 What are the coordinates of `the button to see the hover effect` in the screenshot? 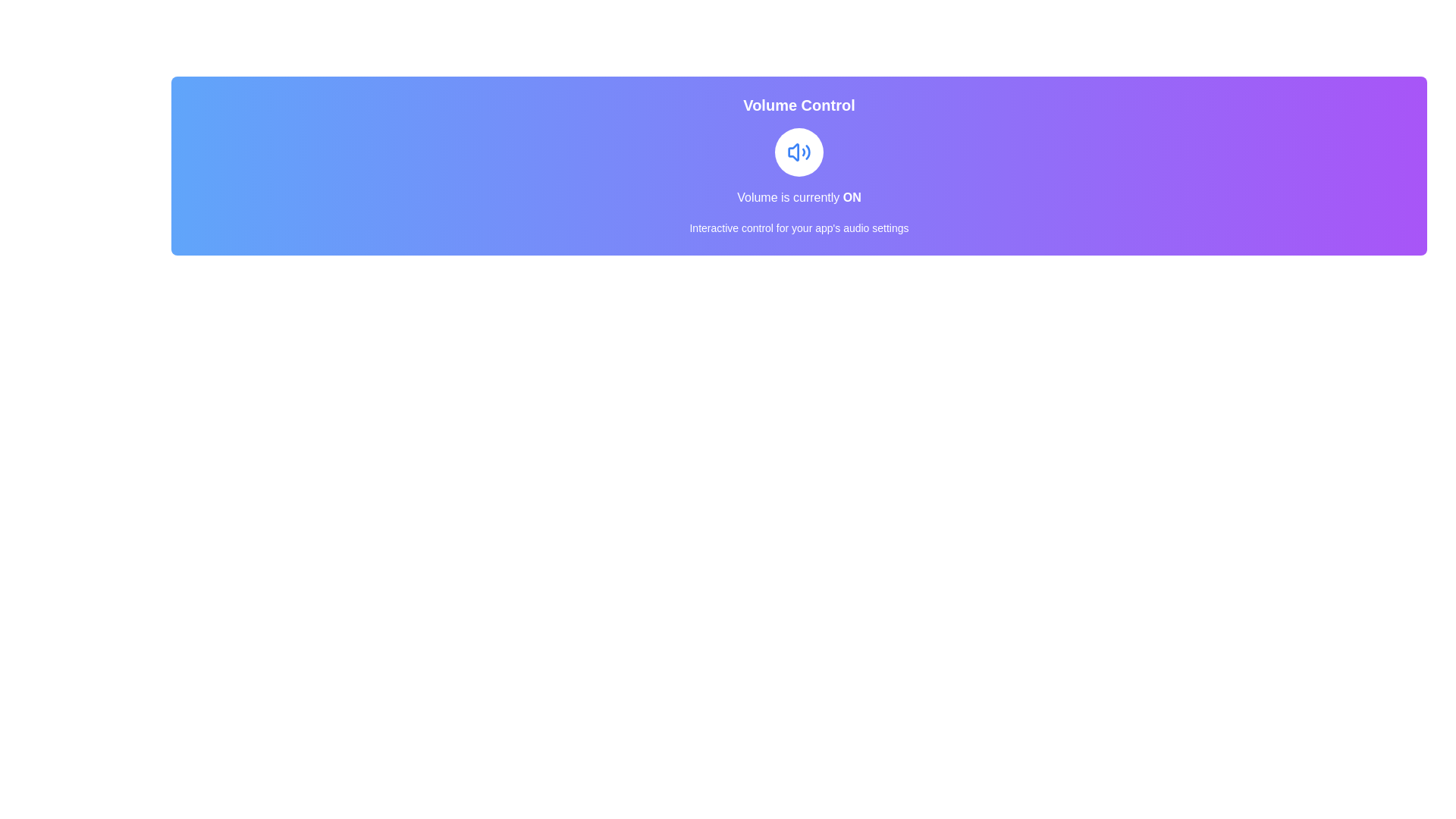 It's located at (799, 152).